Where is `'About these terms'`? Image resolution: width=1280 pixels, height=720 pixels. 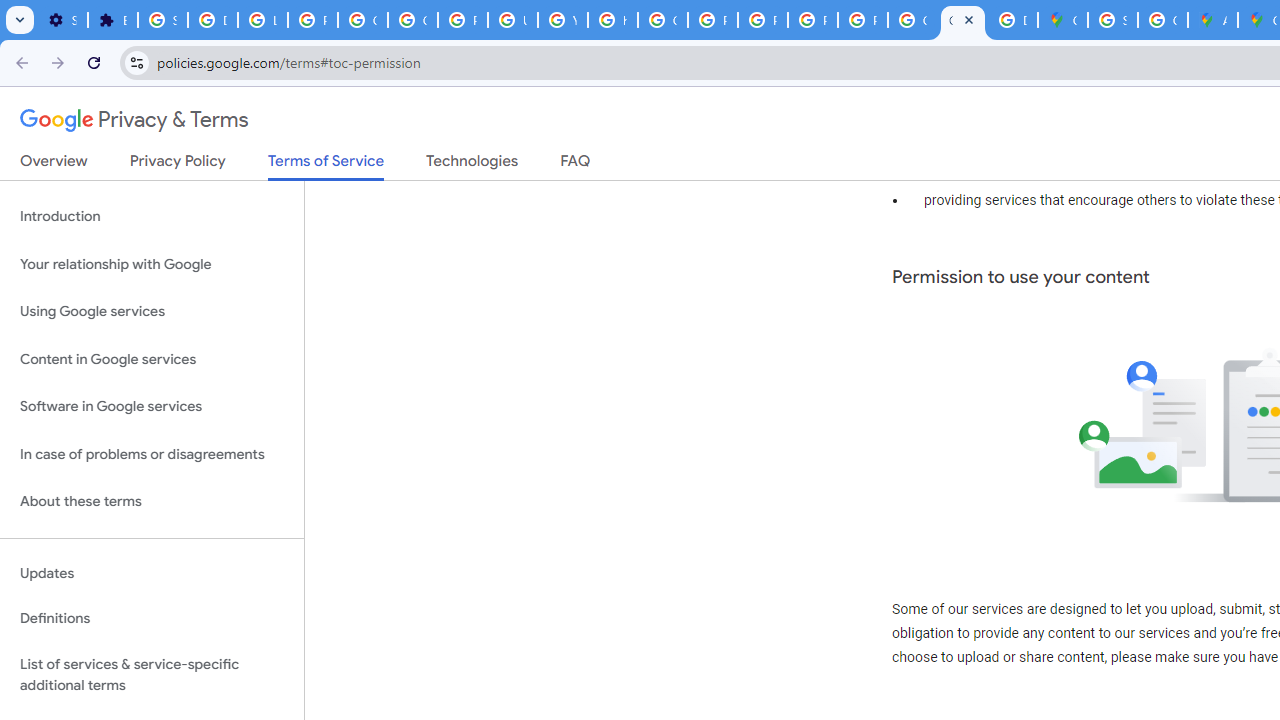 'About these terms' is located at coordinates (151, 501).